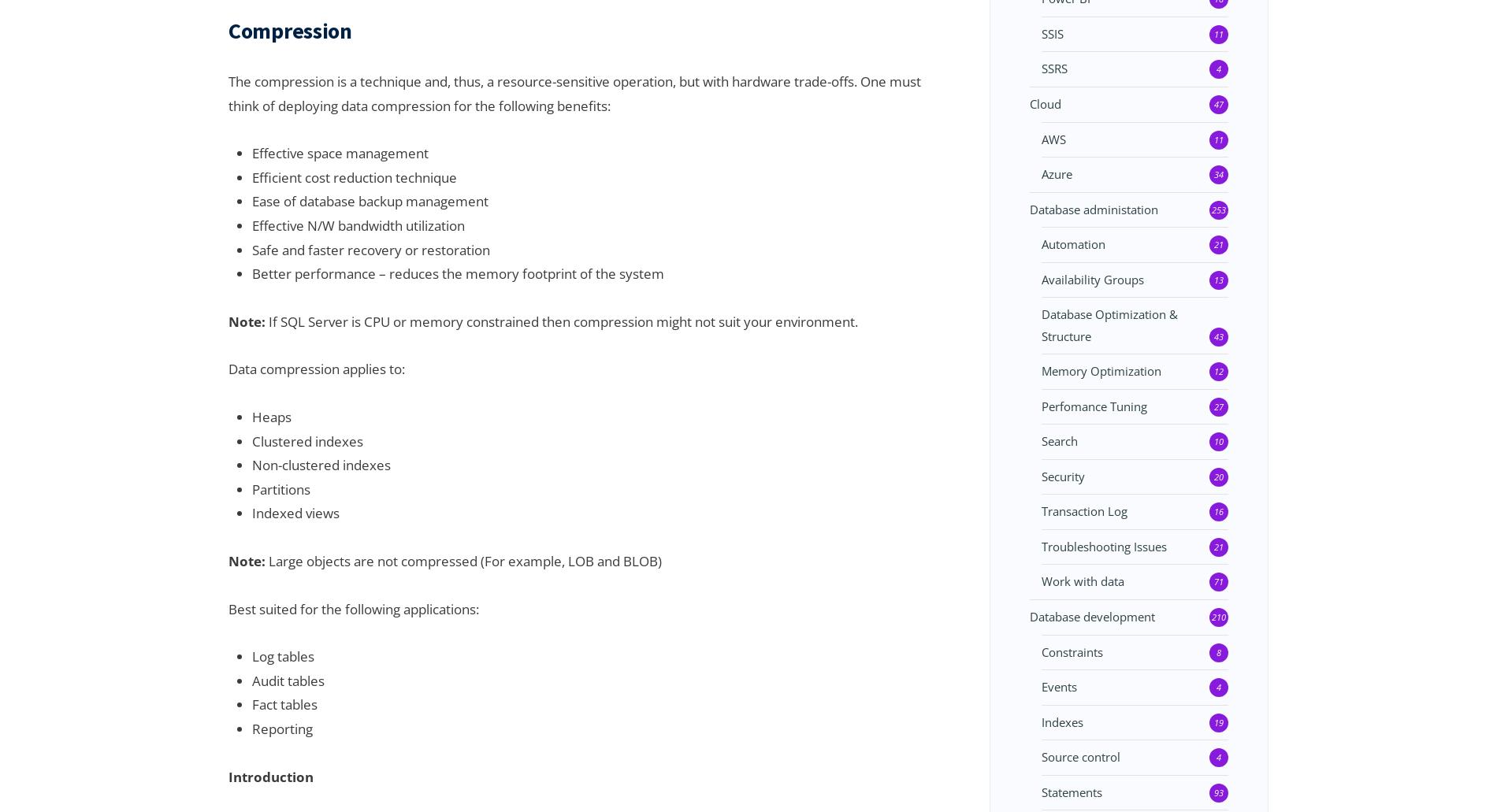 The height and width of the screenshot is (812, 1497). I want to click on '8', so click(1218, 651).